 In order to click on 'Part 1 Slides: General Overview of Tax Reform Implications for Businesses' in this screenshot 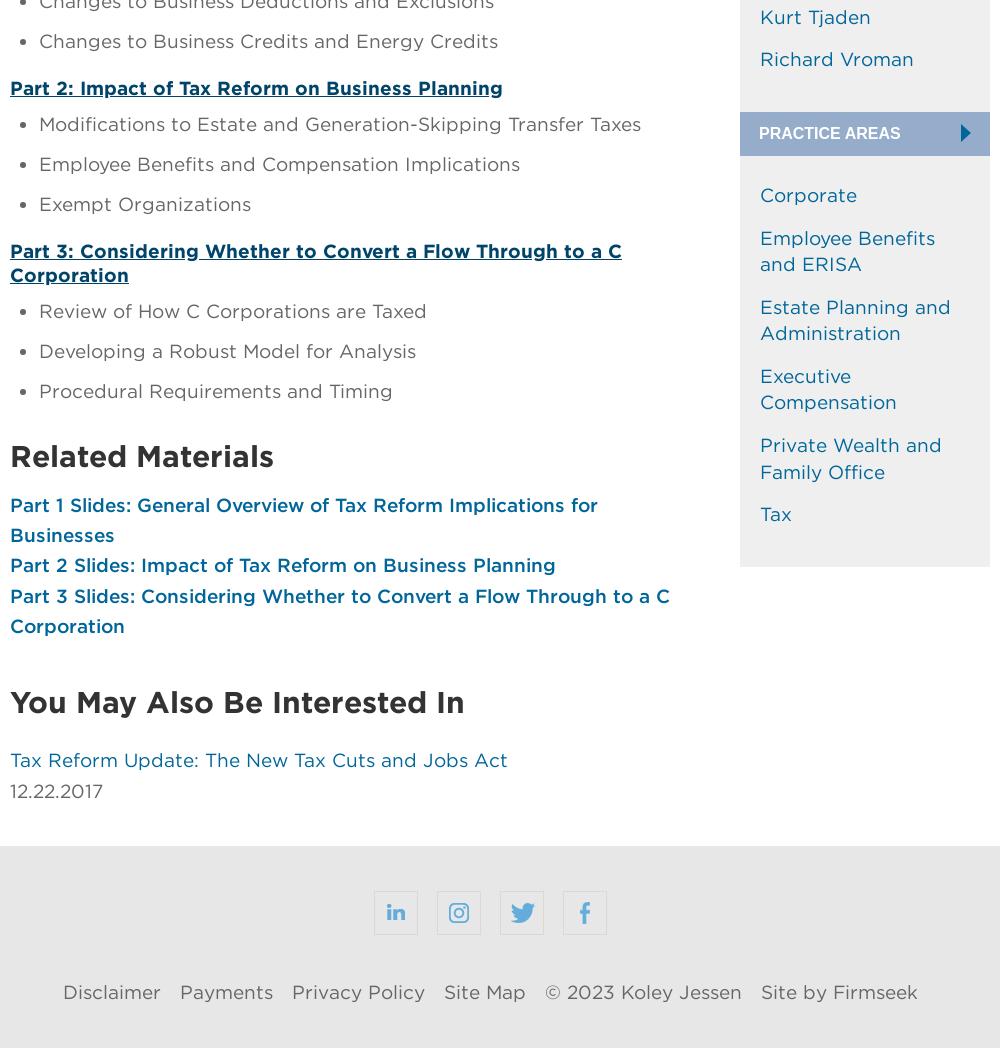, I will do `click(10, 519)`.